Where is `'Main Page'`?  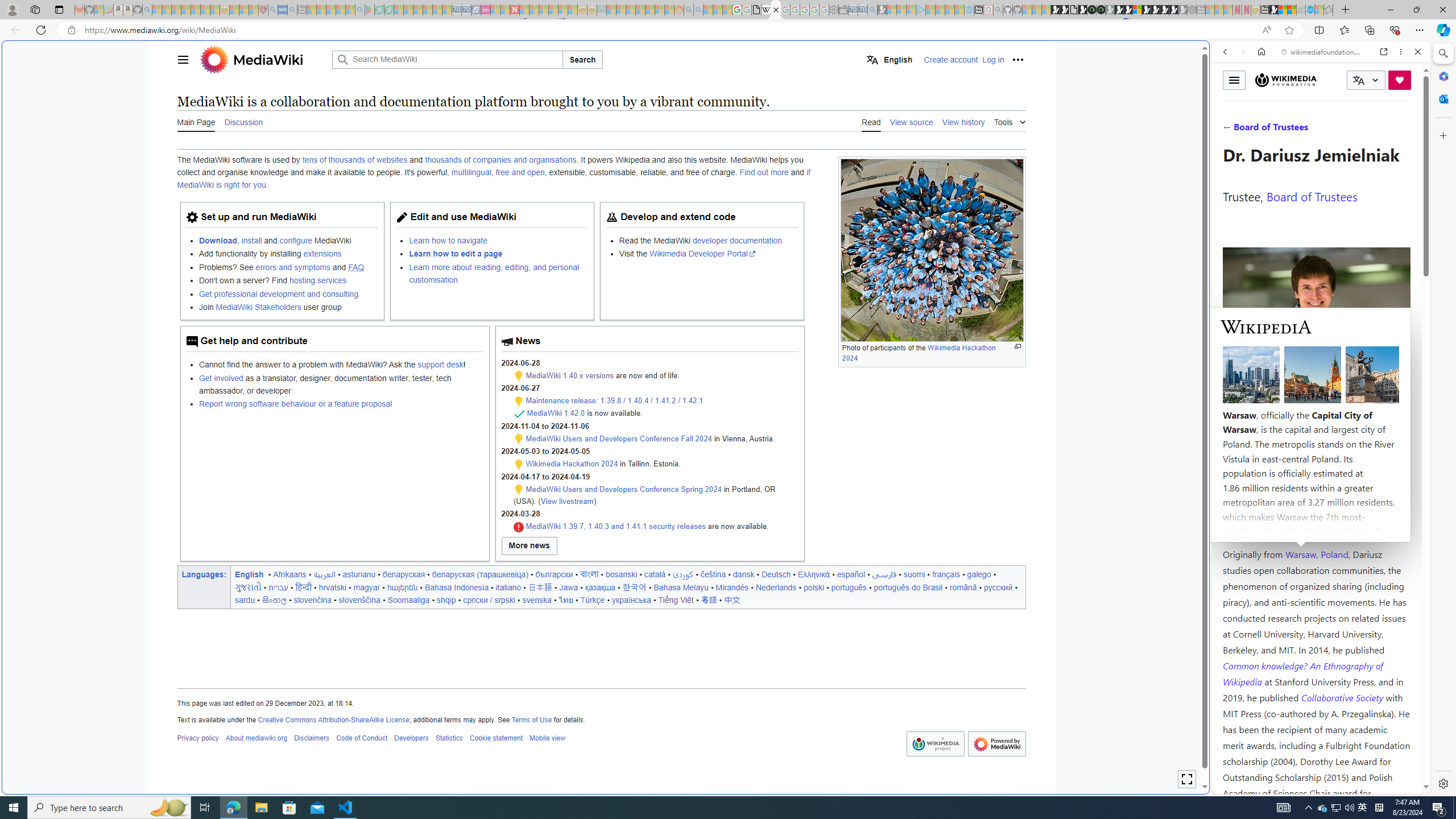 'Main Page' is located at coordinates (195, 121).